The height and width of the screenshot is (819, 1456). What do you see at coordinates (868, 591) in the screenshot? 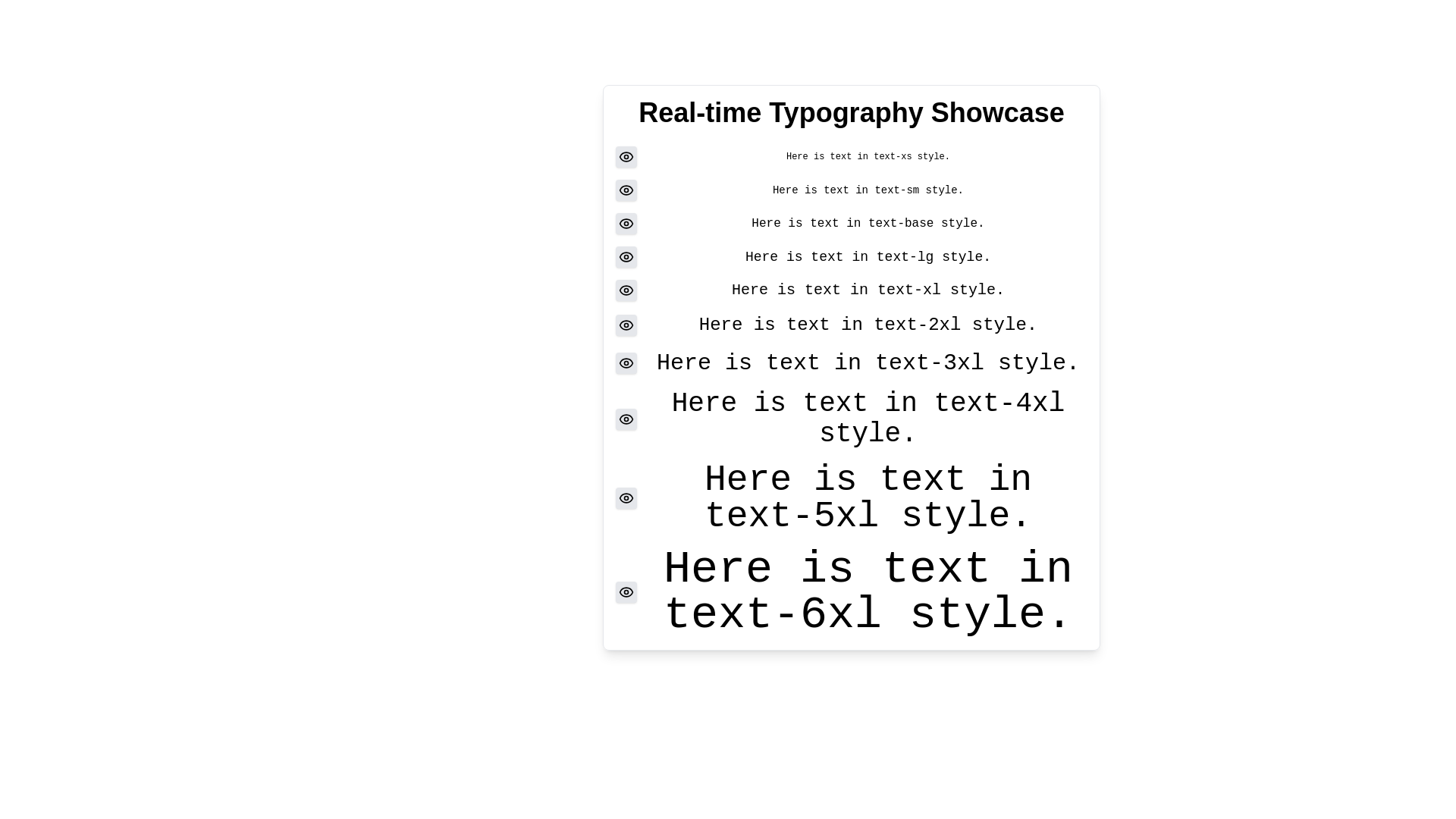
I see `the large static text block displaying the 'text-6xl' font styling at the bottom of the vertical list of textual elements` at bounding box center [868, 591].